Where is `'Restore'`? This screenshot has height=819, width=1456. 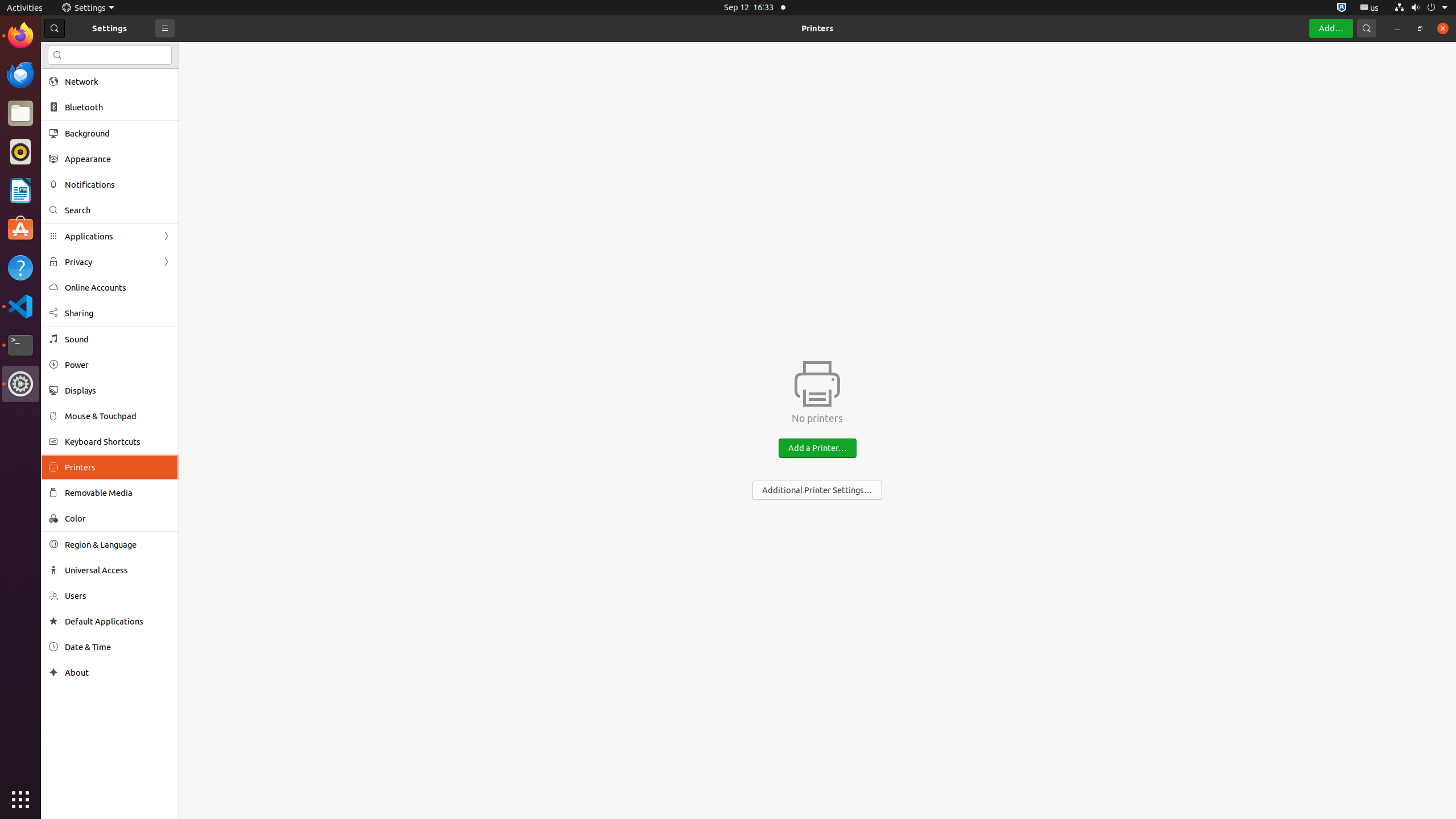
'Restore' is located at coordinates (1420, 28).